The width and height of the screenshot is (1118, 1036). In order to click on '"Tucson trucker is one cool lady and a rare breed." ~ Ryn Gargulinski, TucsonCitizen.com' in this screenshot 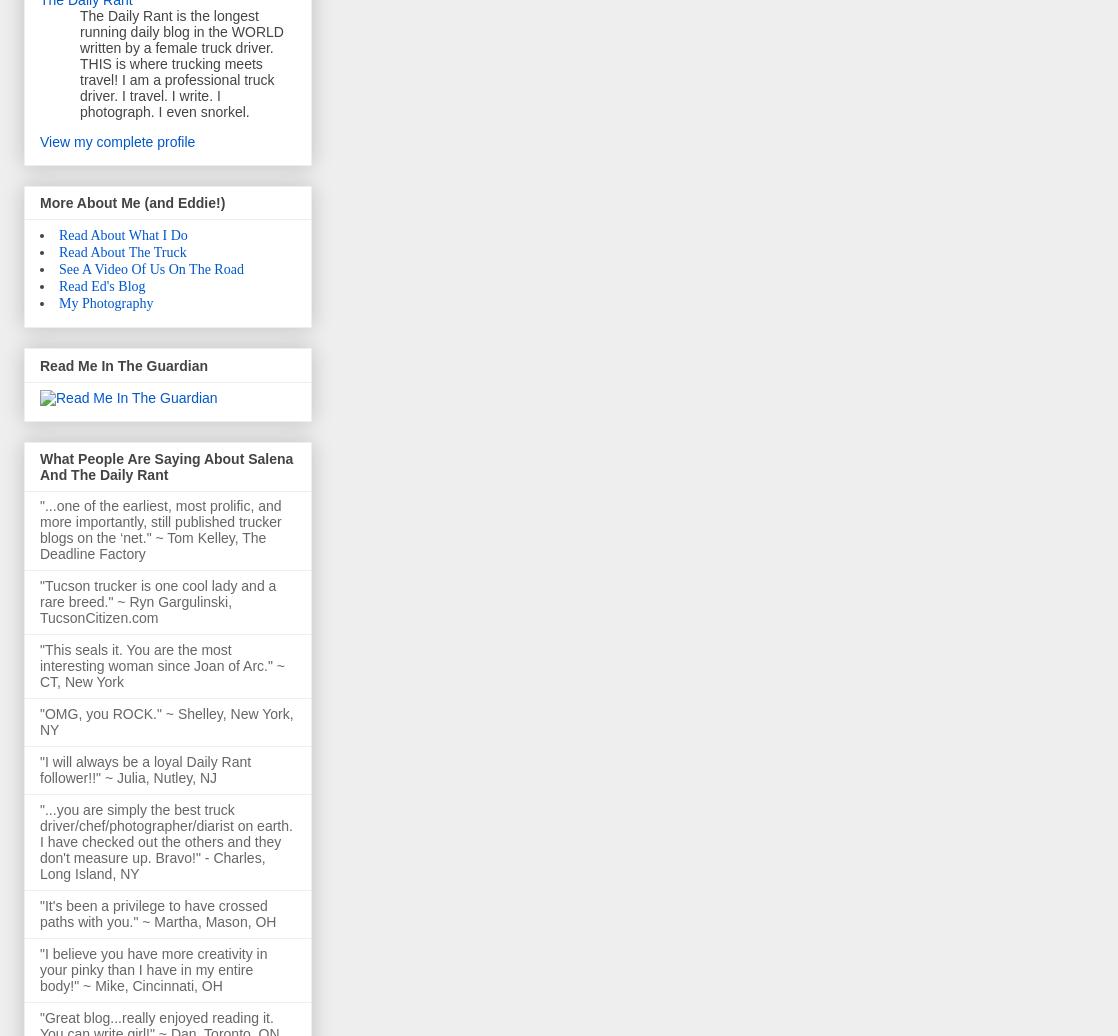, I will do `click(157, 602)`.